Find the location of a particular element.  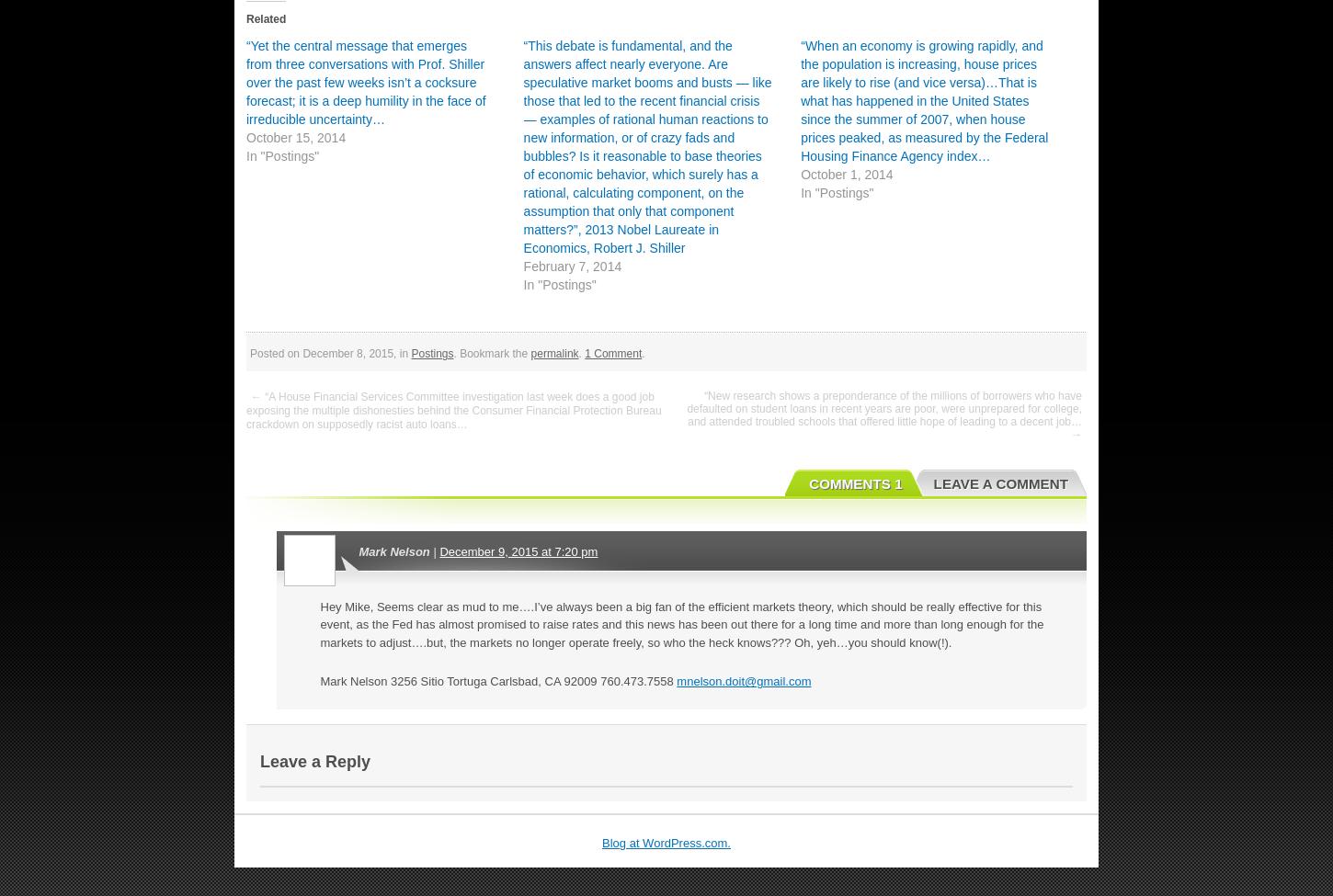

'December 9, 2015 at 7:20 pm' is located at coordinates (518, 550).